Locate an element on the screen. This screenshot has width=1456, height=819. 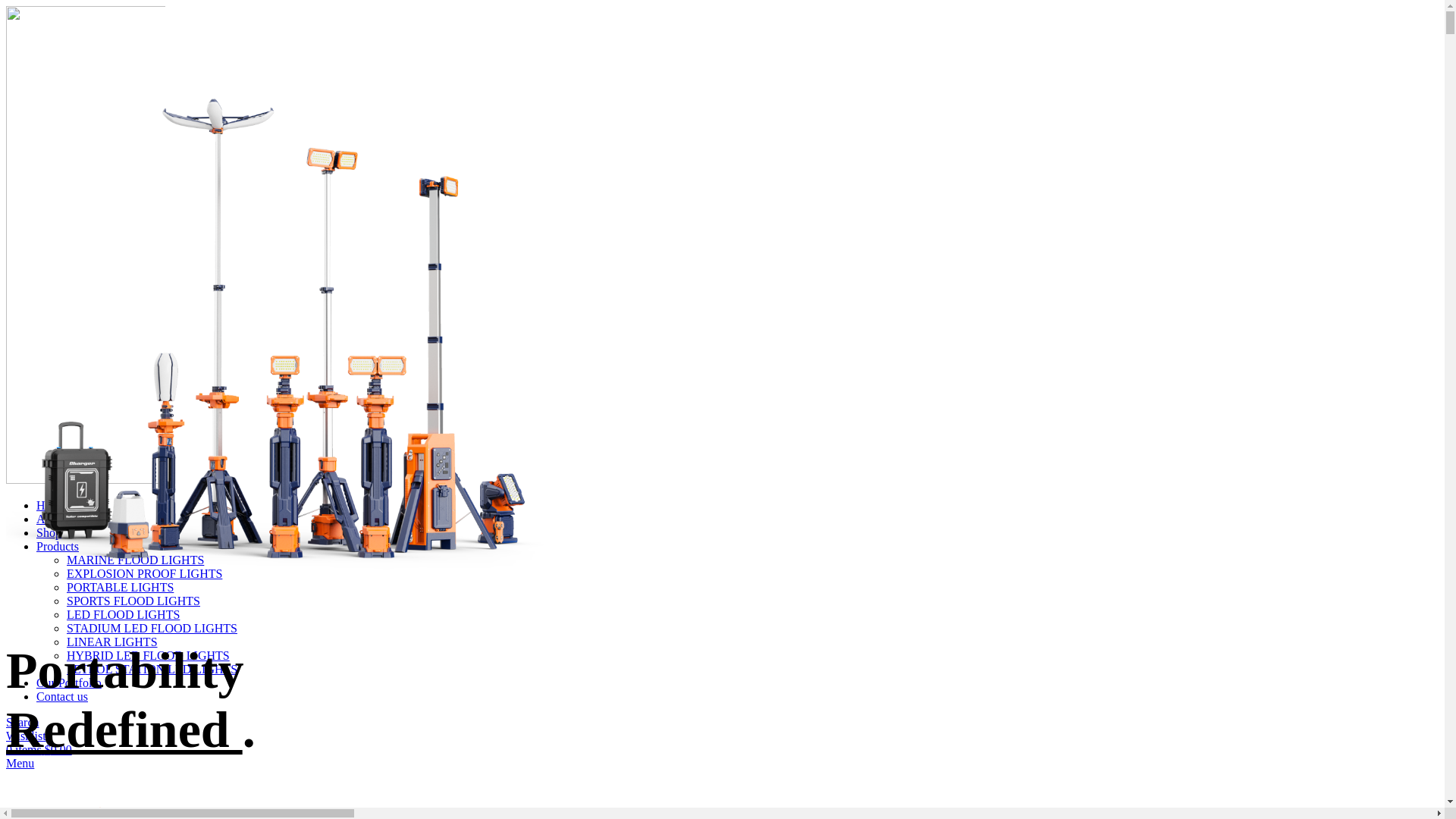
'Search' is located at coordinates (22, 721).